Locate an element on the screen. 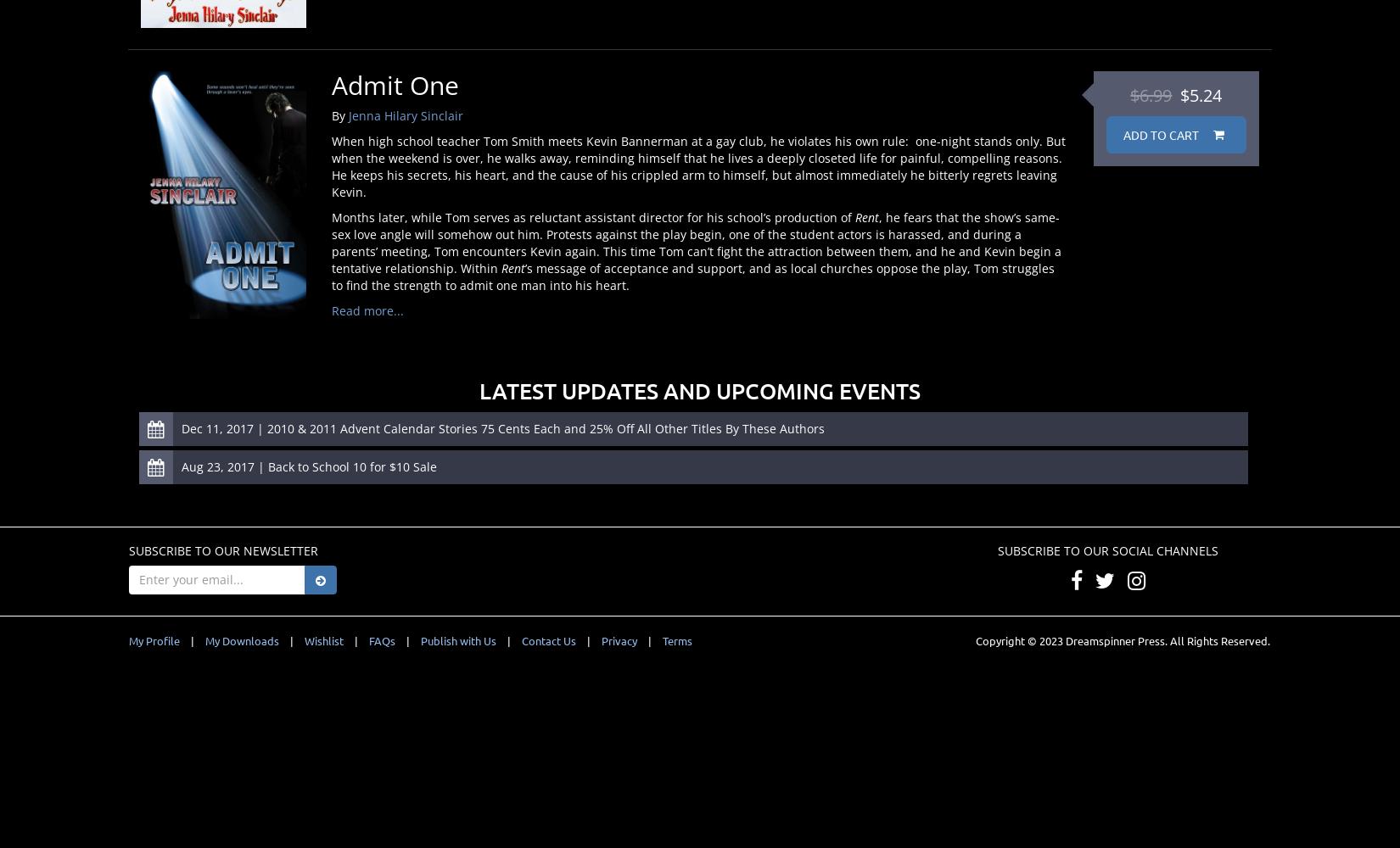 The image size is (1400, 848). 'All Rights Reserved.' is located at coordinates (1218, 639).